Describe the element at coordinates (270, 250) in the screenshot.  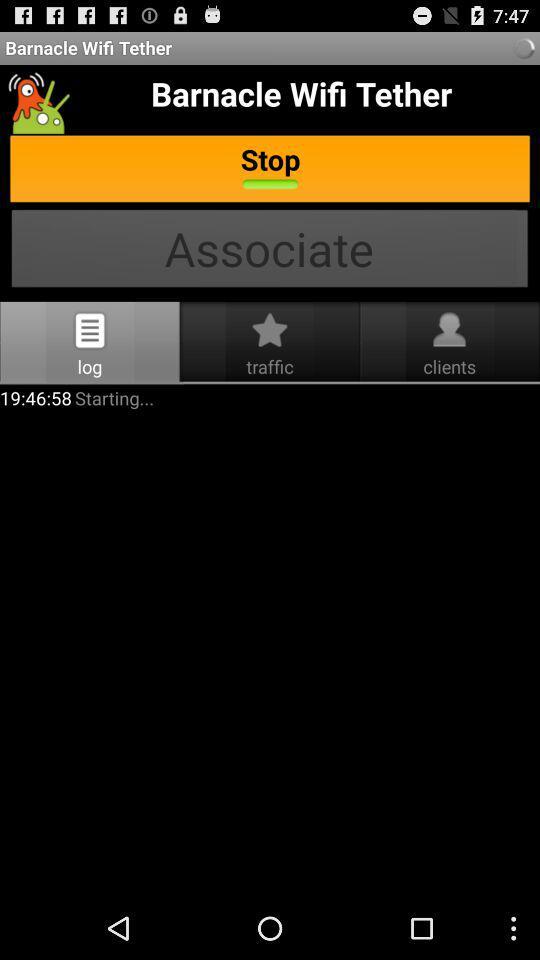
I see `associate` at that location.